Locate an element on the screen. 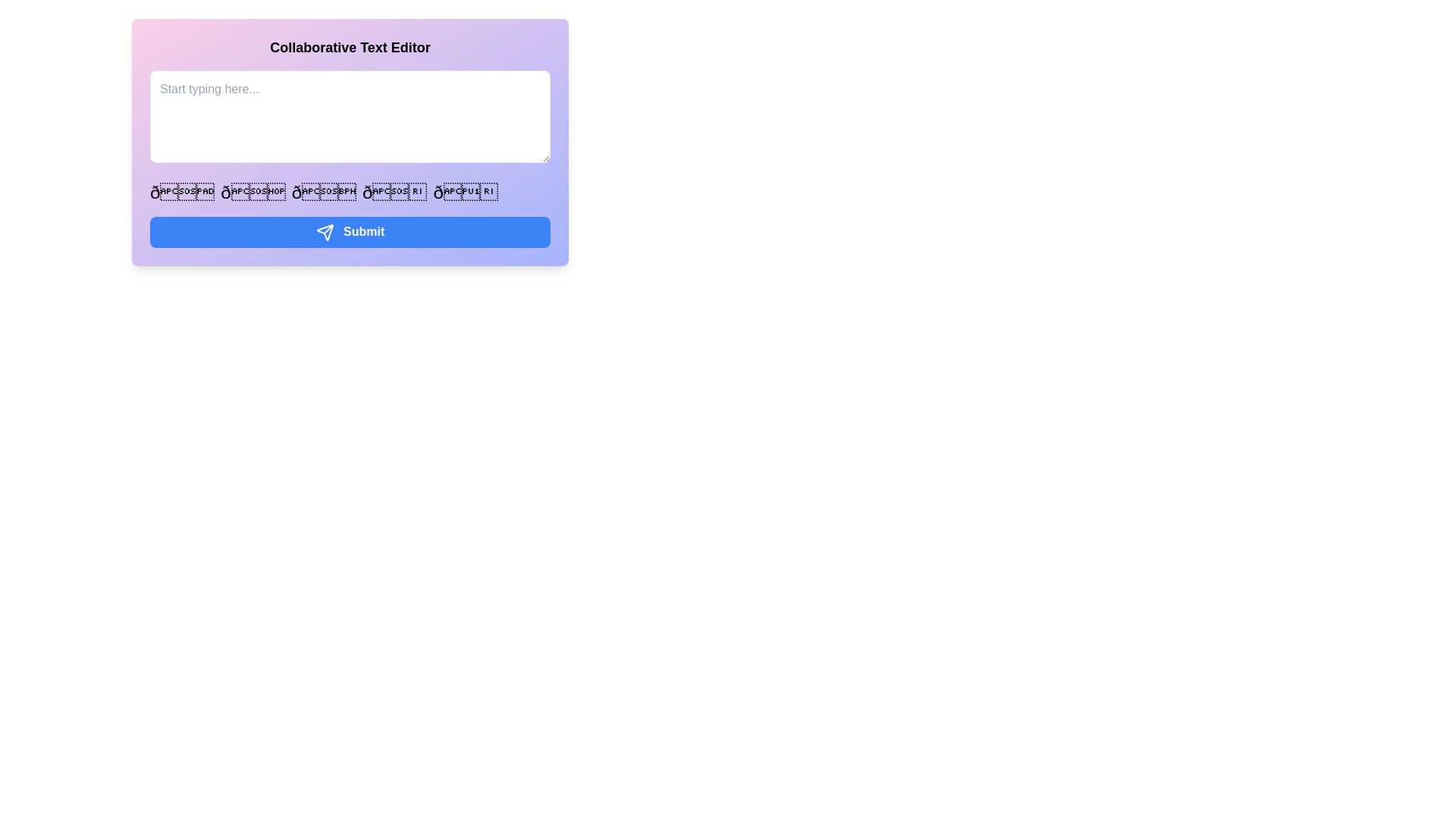 The height and width of the screenshot is (819, 1456). the third emoji from the left in the horizontal group of five is located at coordinates (323, 192).